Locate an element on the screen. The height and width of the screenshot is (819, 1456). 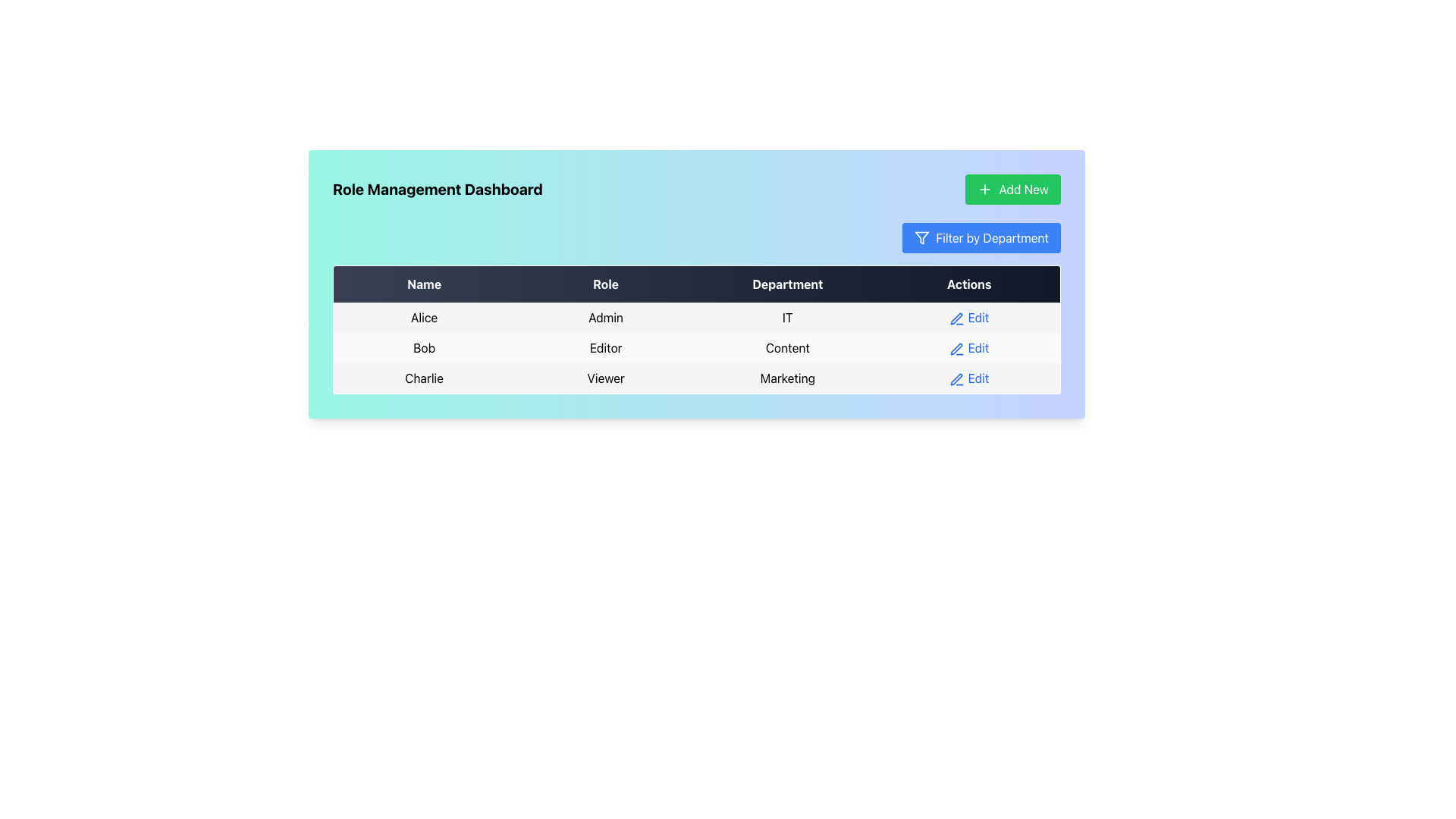
the edit icon, which resembles a minimalistic pen graphic, located in the Actions column next to the 'Edit' label for user Bob is located at coordinates (956, 349).